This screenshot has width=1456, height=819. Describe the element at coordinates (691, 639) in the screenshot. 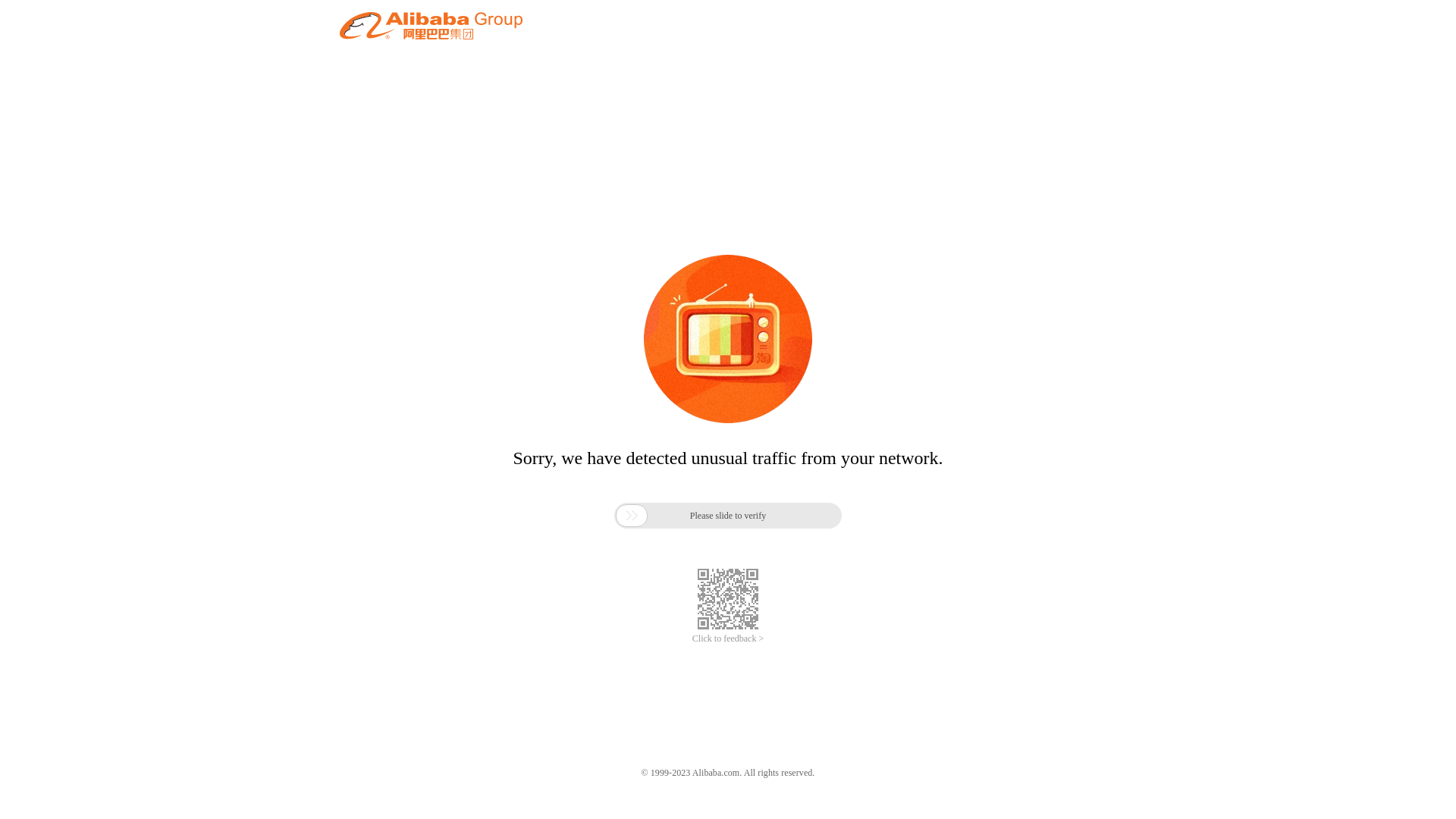

I see `'Click to feedback >'` at that location.